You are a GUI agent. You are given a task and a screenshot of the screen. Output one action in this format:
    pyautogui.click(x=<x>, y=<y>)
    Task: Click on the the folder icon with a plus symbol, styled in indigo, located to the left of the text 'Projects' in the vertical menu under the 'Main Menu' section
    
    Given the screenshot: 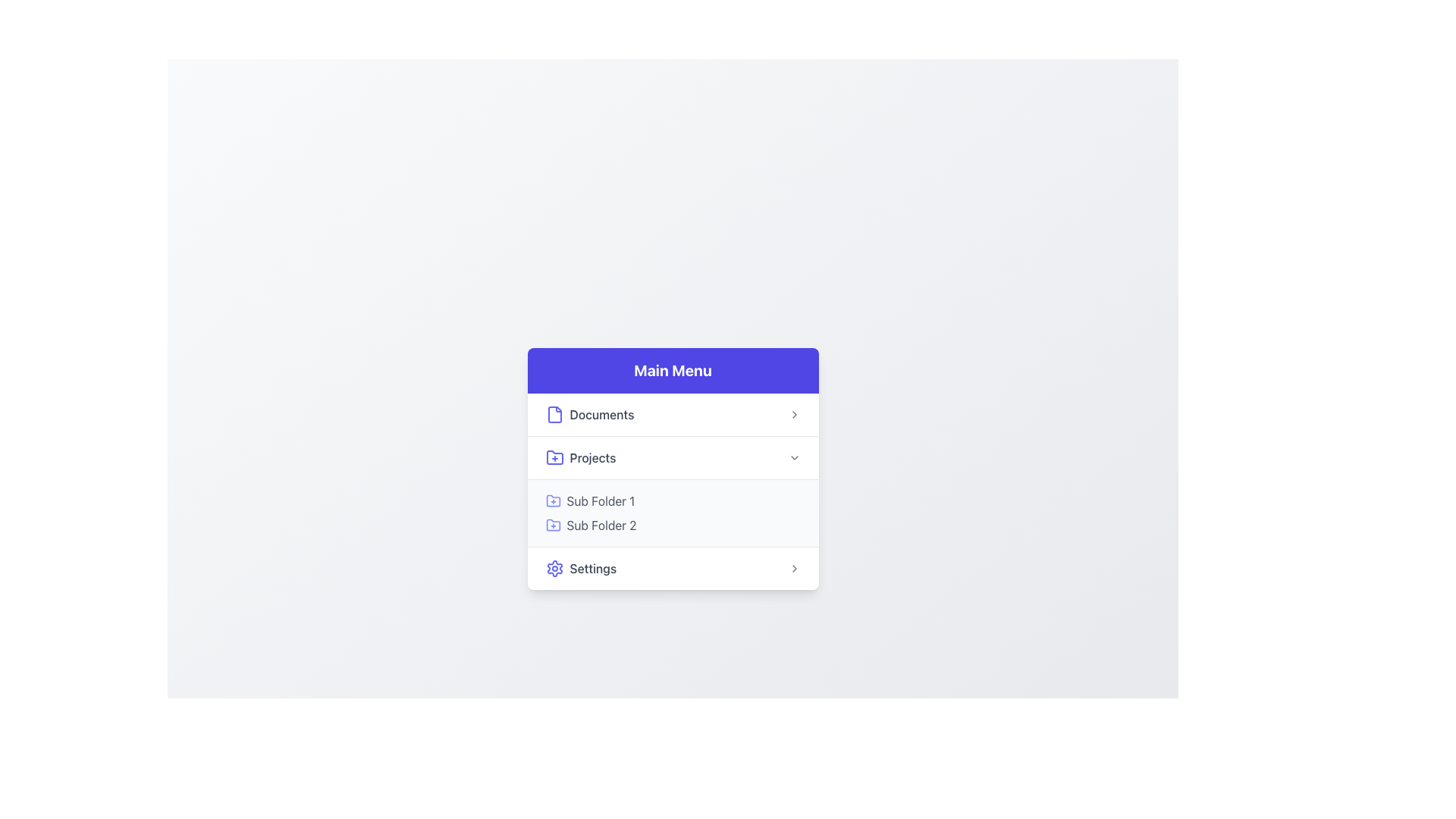 What is the action you would take?
    pyautogui.click(x=554, y=457)
    